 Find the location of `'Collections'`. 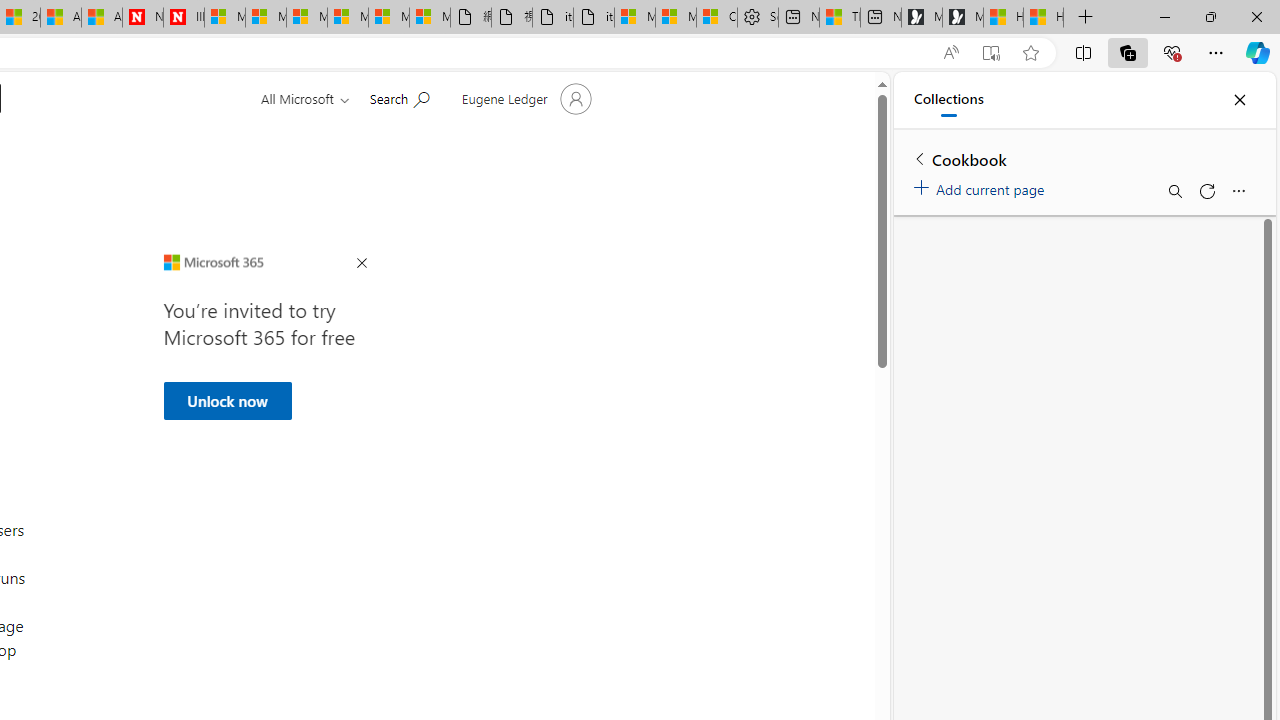

'Collections' is located at coordinates (948, 100).